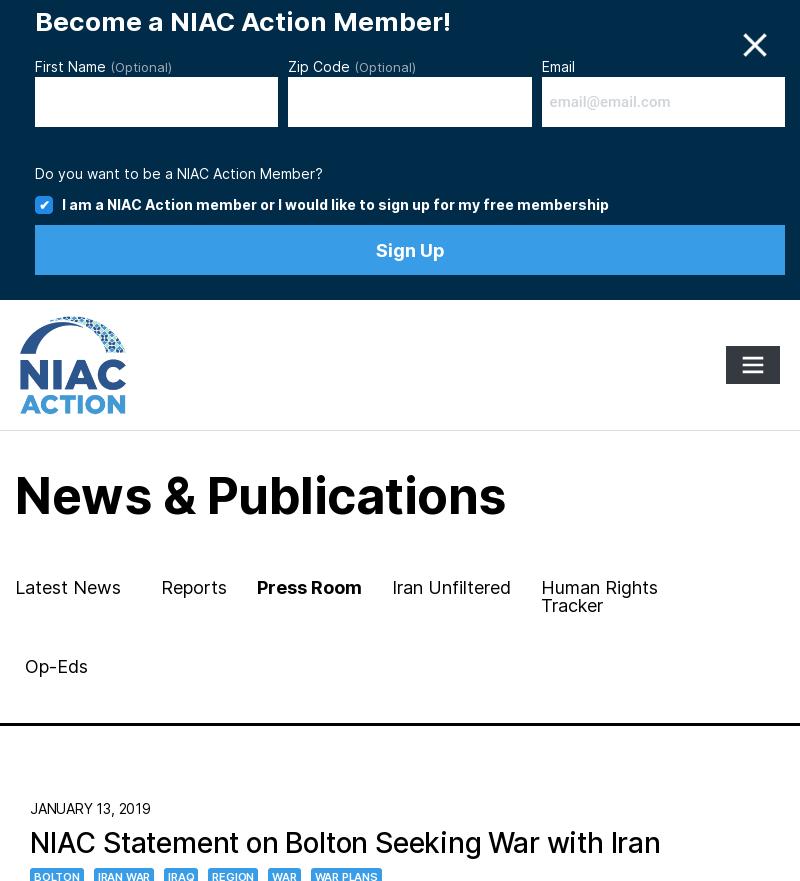 The width and height of the screenshot is (800, 881). I want to click on 'Iran Unfiltered', so click(450, 587).